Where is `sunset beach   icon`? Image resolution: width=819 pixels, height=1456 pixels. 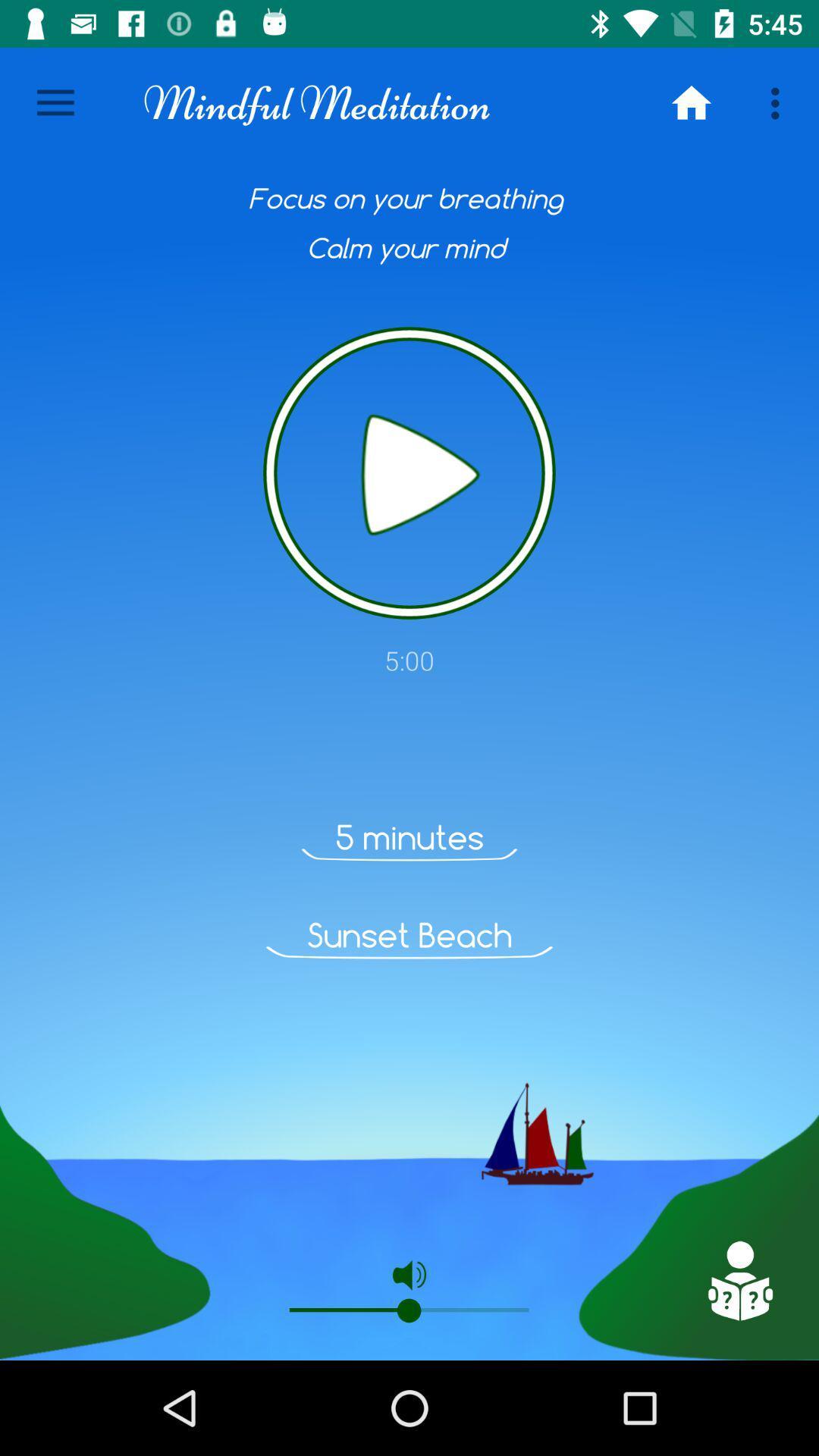
sunset beach   icon is located at coordinates (409, 934).